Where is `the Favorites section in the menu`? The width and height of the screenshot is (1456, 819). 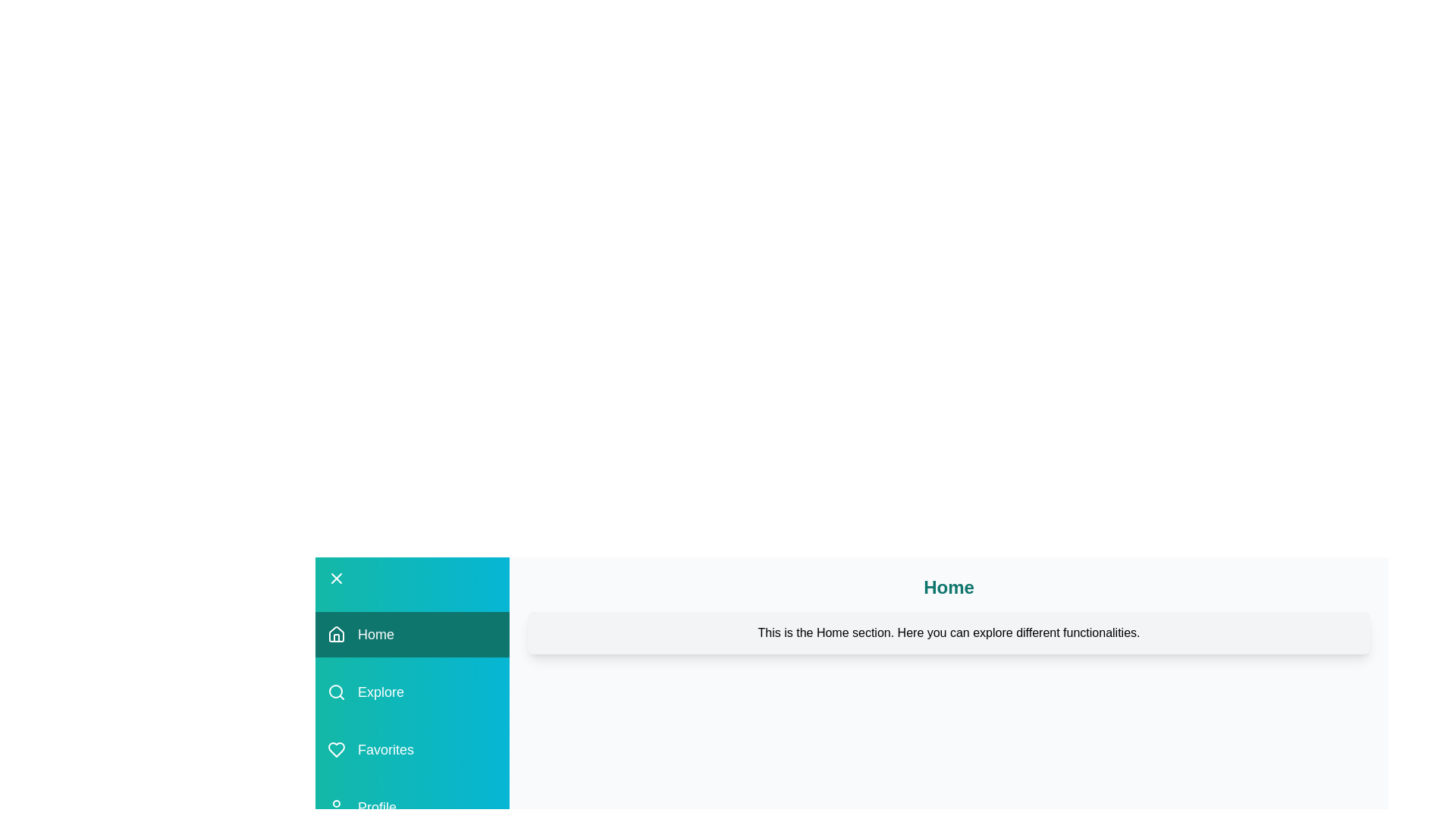 the Favorites section in the menu is located at coordinates (412, 748).